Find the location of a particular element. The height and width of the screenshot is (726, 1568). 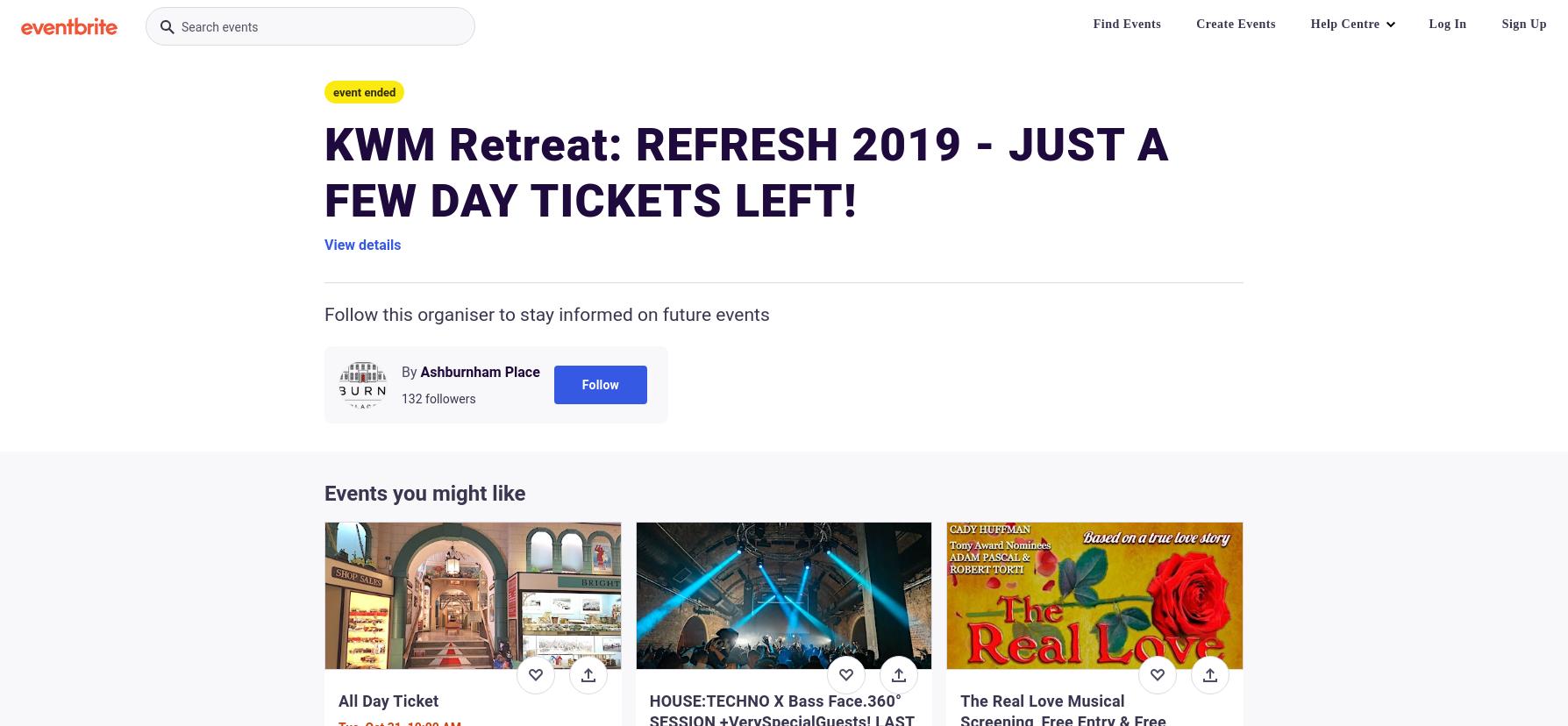

'Help Centre' is located at coordinates (1344, 24).